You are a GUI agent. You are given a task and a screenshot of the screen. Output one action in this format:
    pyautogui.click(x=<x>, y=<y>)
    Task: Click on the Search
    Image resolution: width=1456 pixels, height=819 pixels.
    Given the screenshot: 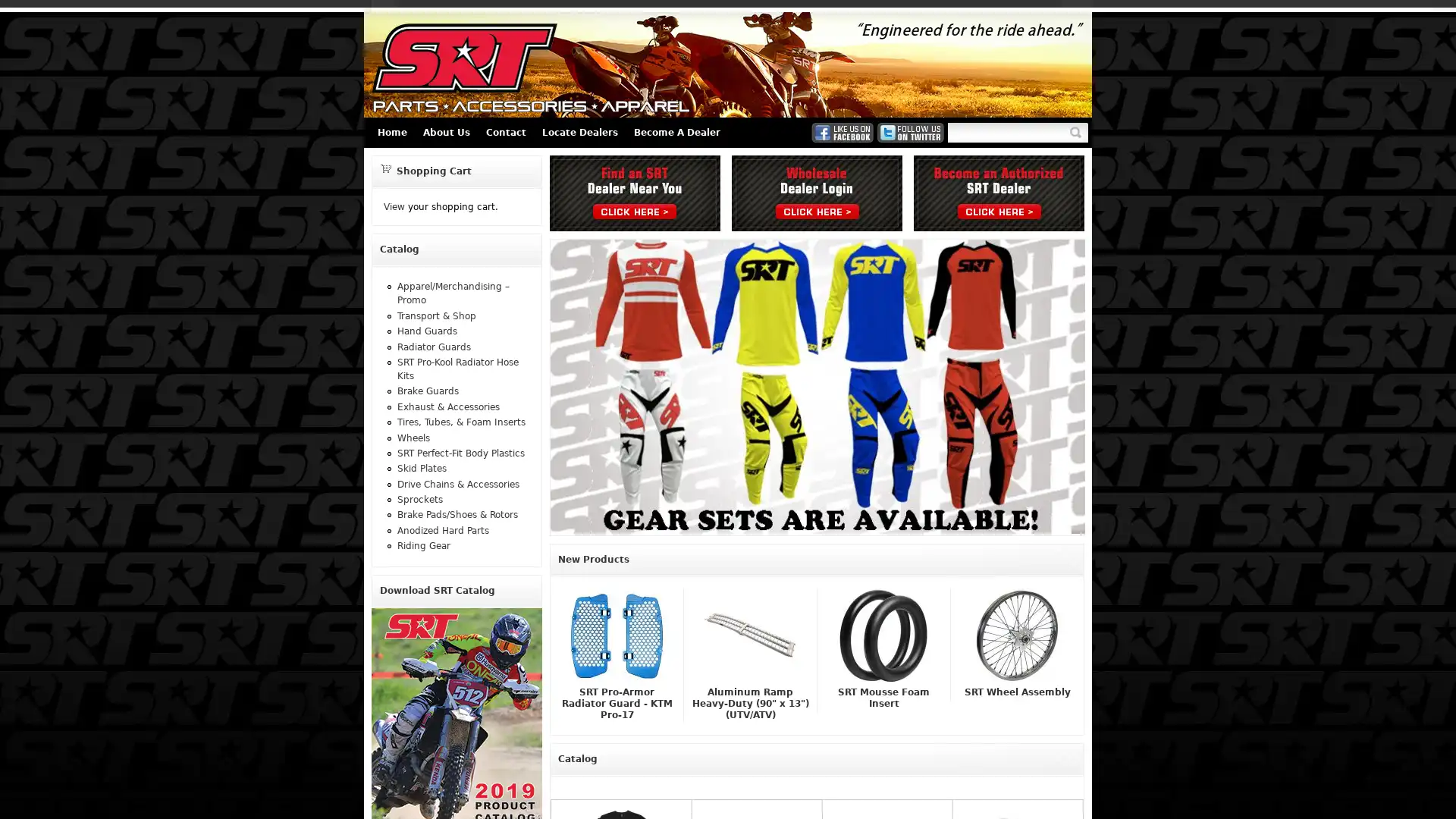 What is the action you would take?
    pyautogui.click(x=1078, y=131)
    